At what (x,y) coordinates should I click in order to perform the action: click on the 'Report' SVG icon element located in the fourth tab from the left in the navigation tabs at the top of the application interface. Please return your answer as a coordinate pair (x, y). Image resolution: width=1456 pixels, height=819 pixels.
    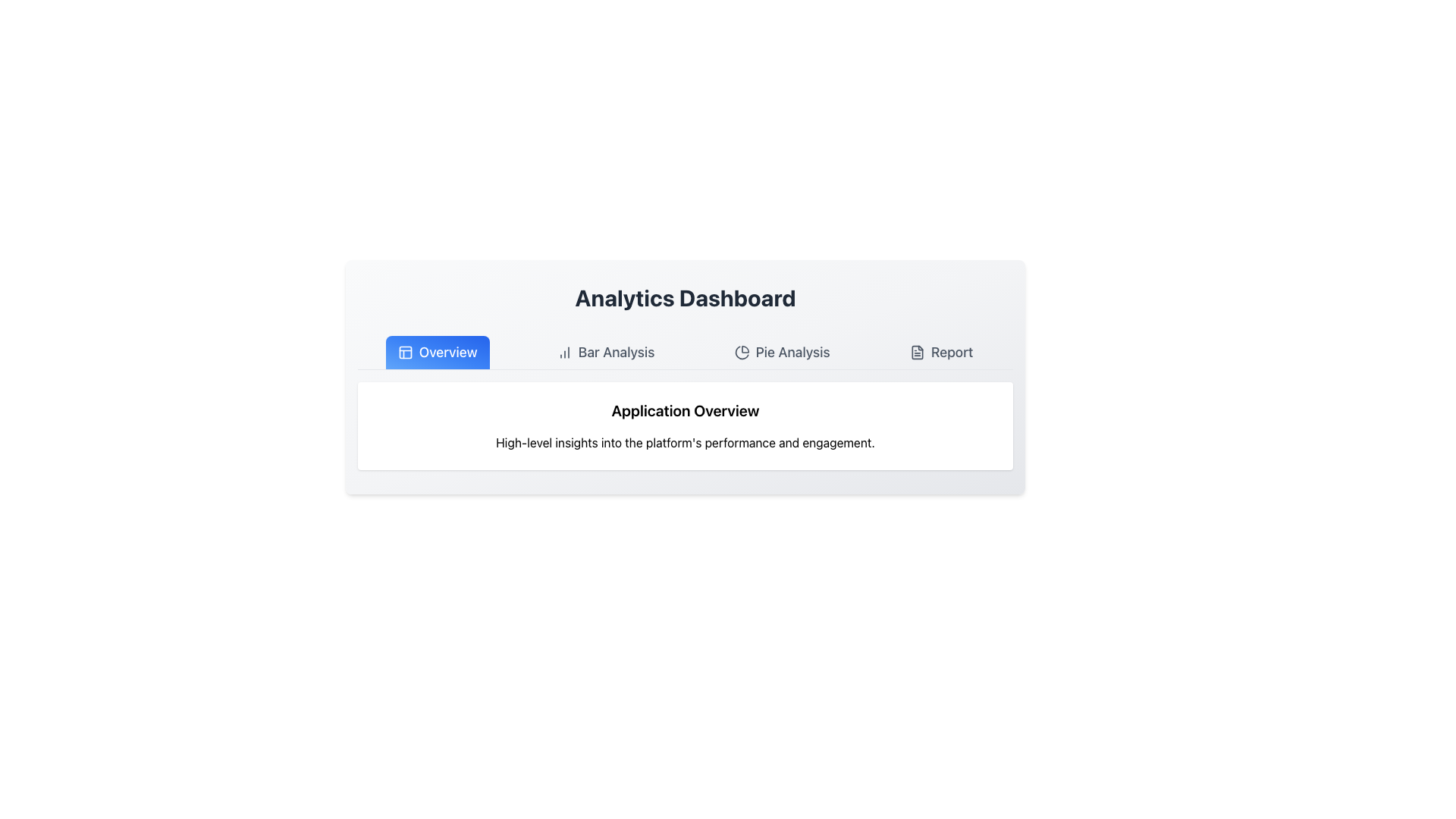
    Looking at the image, I should click on (916, 353).